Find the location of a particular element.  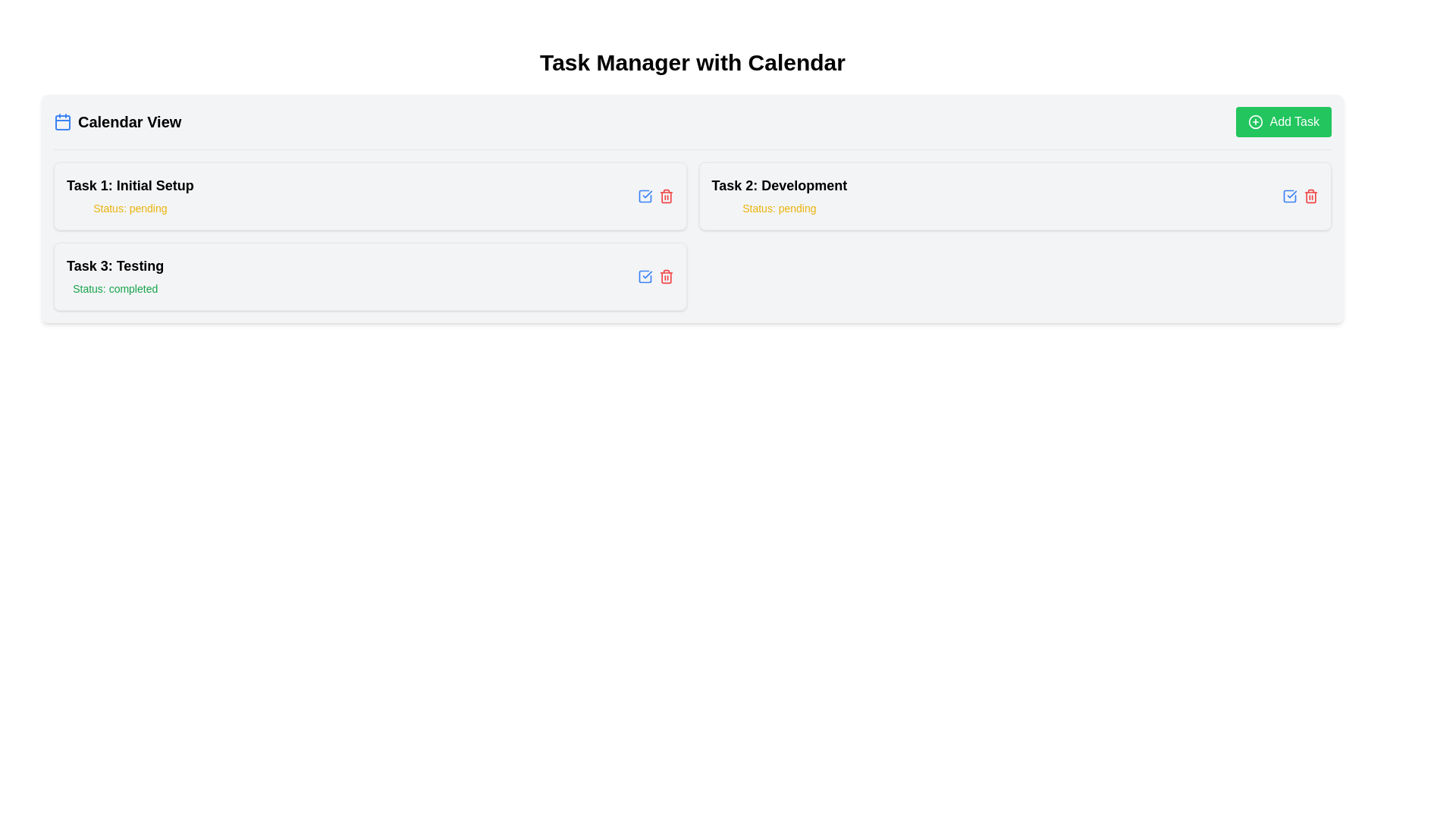

text content of the heading element that displays 'Task Manager with Calendar', which is a large bold text centered at the top of its section is located at coordinates (692, 62).